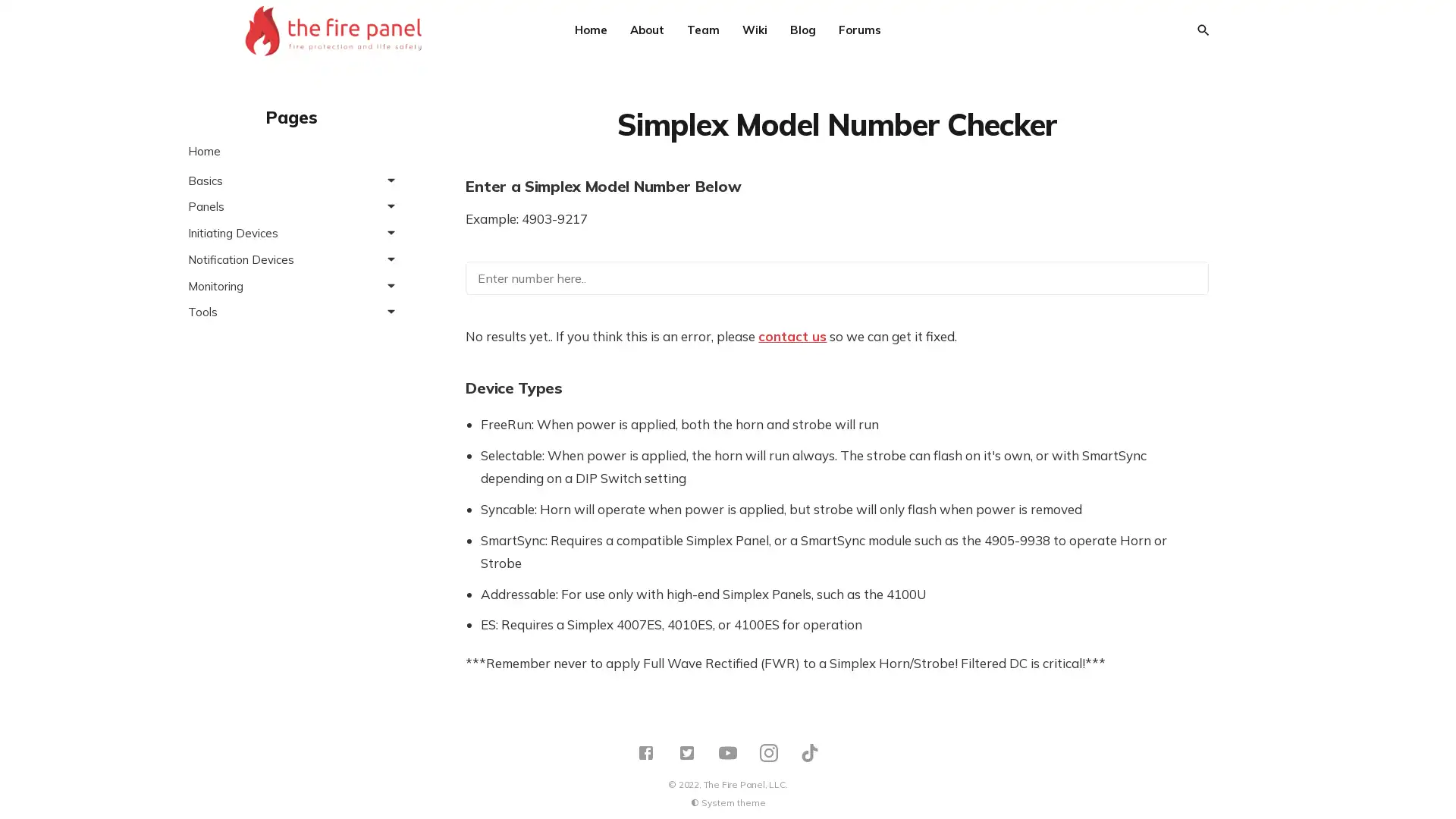 The width and height of the screenshot is (1456, 819). Describe the element at coordinates (1201, 30) in the screenshot. I see `Search` at that location.